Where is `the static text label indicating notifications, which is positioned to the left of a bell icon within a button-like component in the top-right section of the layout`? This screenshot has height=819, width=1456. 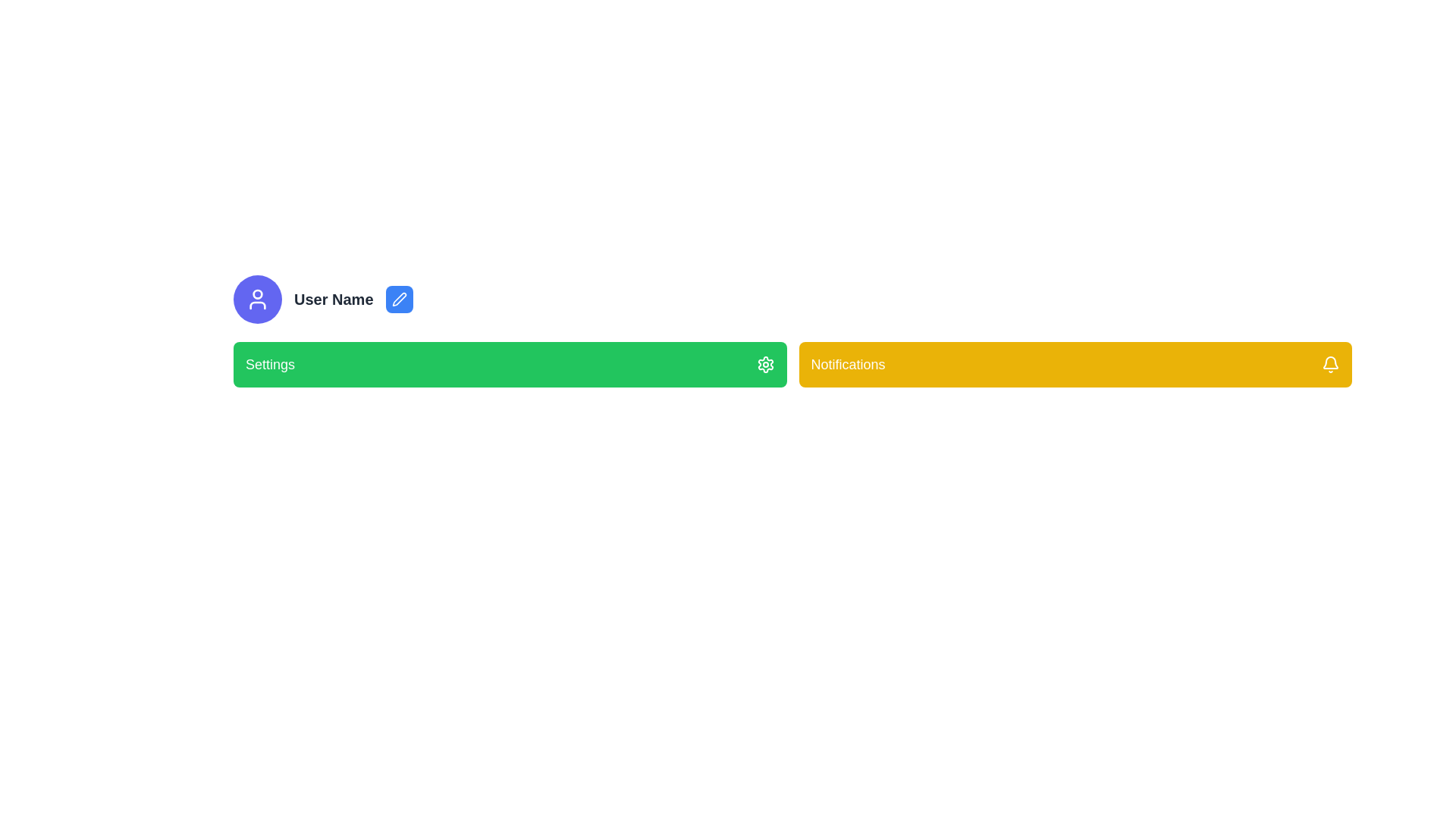 the static text label indicating notifications, which is positioned to the left of a bell icon within a button-like component in the top-right section of the layout is located at coordinates (847, 365).